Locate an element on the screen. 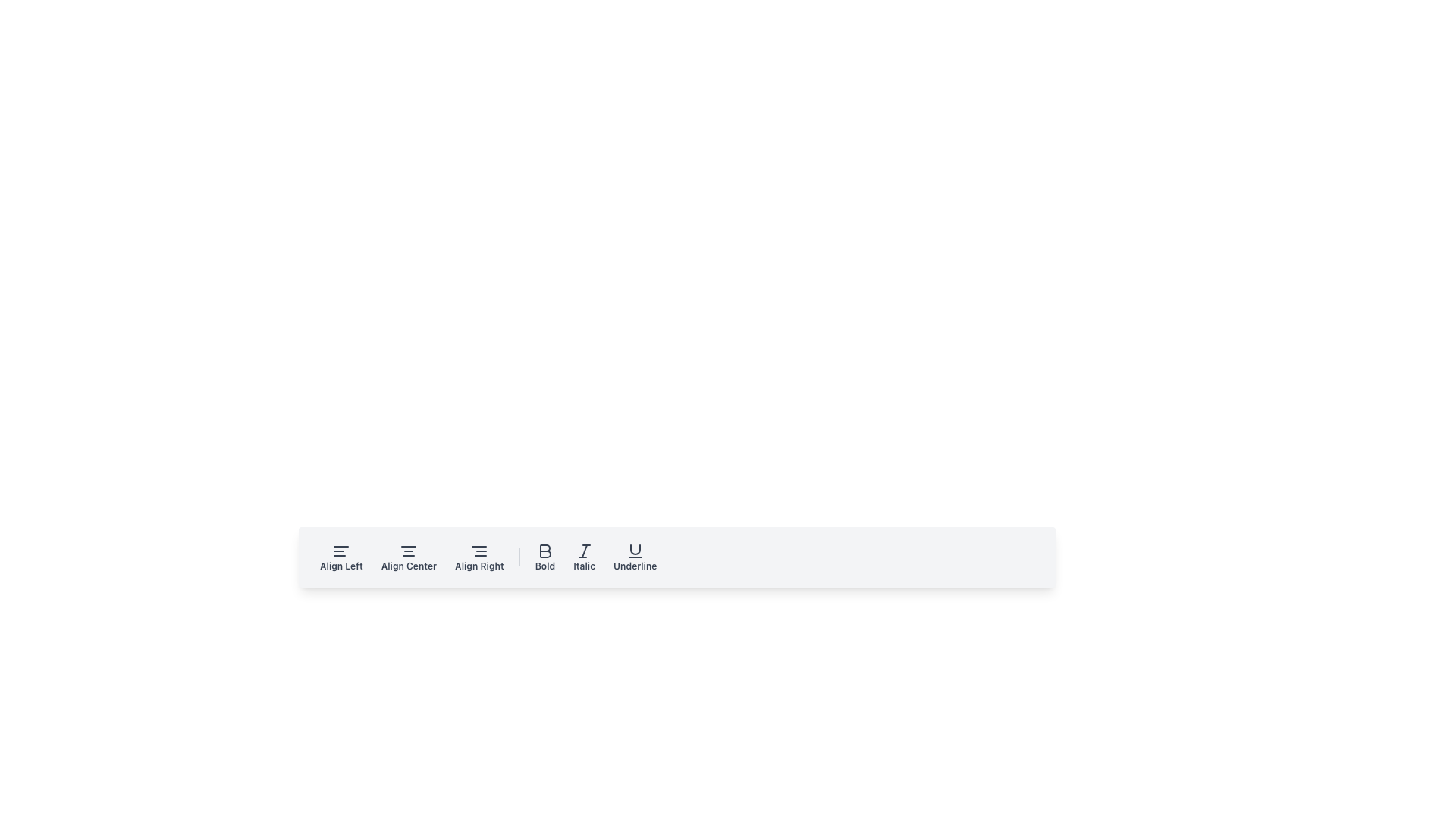 The width and height of the screenshot is (1456, 819). the 'Align Center' icon in the toolbar is located at coordinates (409, 551).